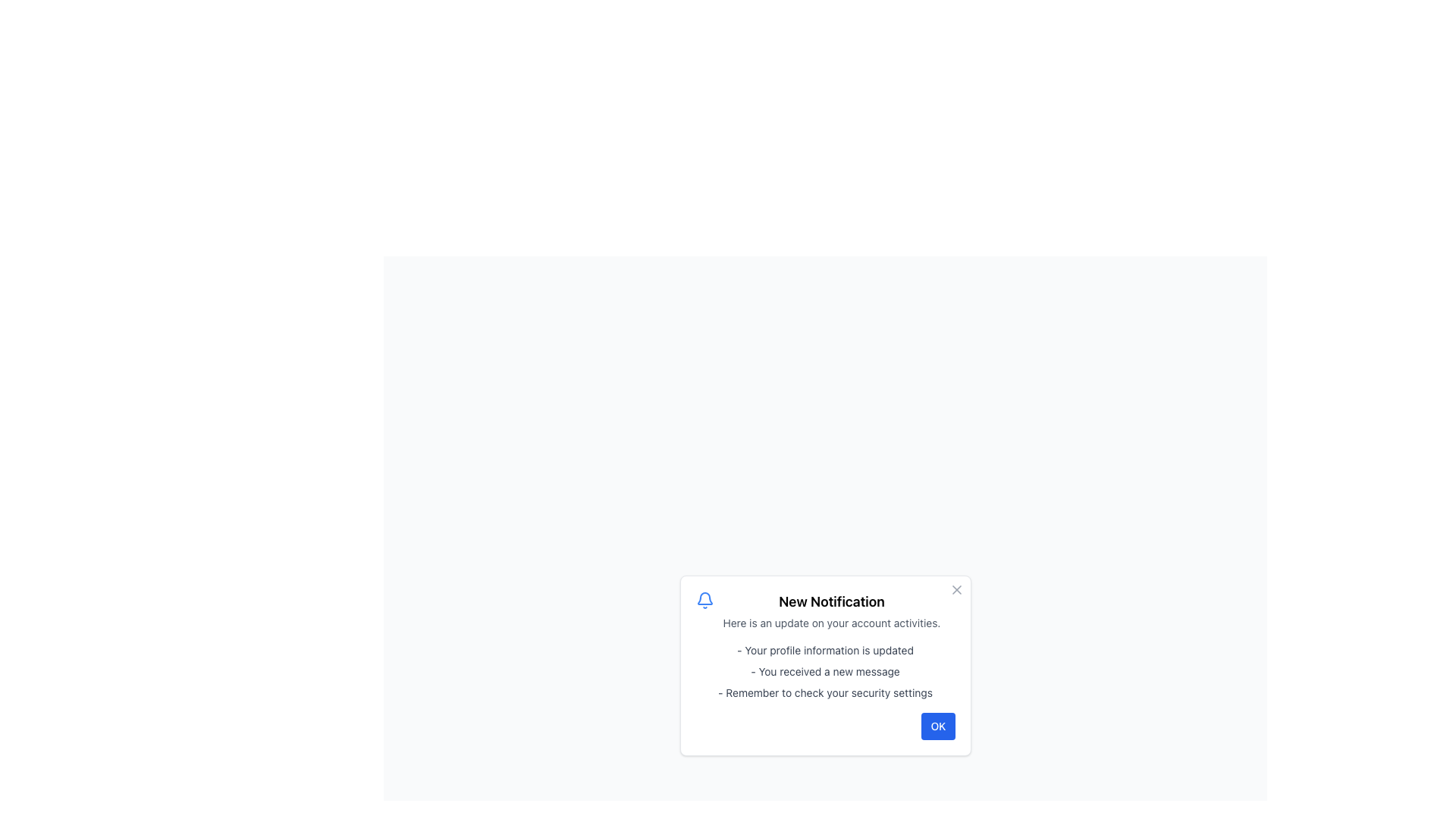 Image resolution: width=1456 pixels, height=819 pixels. I want to click on notification content from the 'New Notification' text block located at the top of the notification dialog box, so click(830, 610).